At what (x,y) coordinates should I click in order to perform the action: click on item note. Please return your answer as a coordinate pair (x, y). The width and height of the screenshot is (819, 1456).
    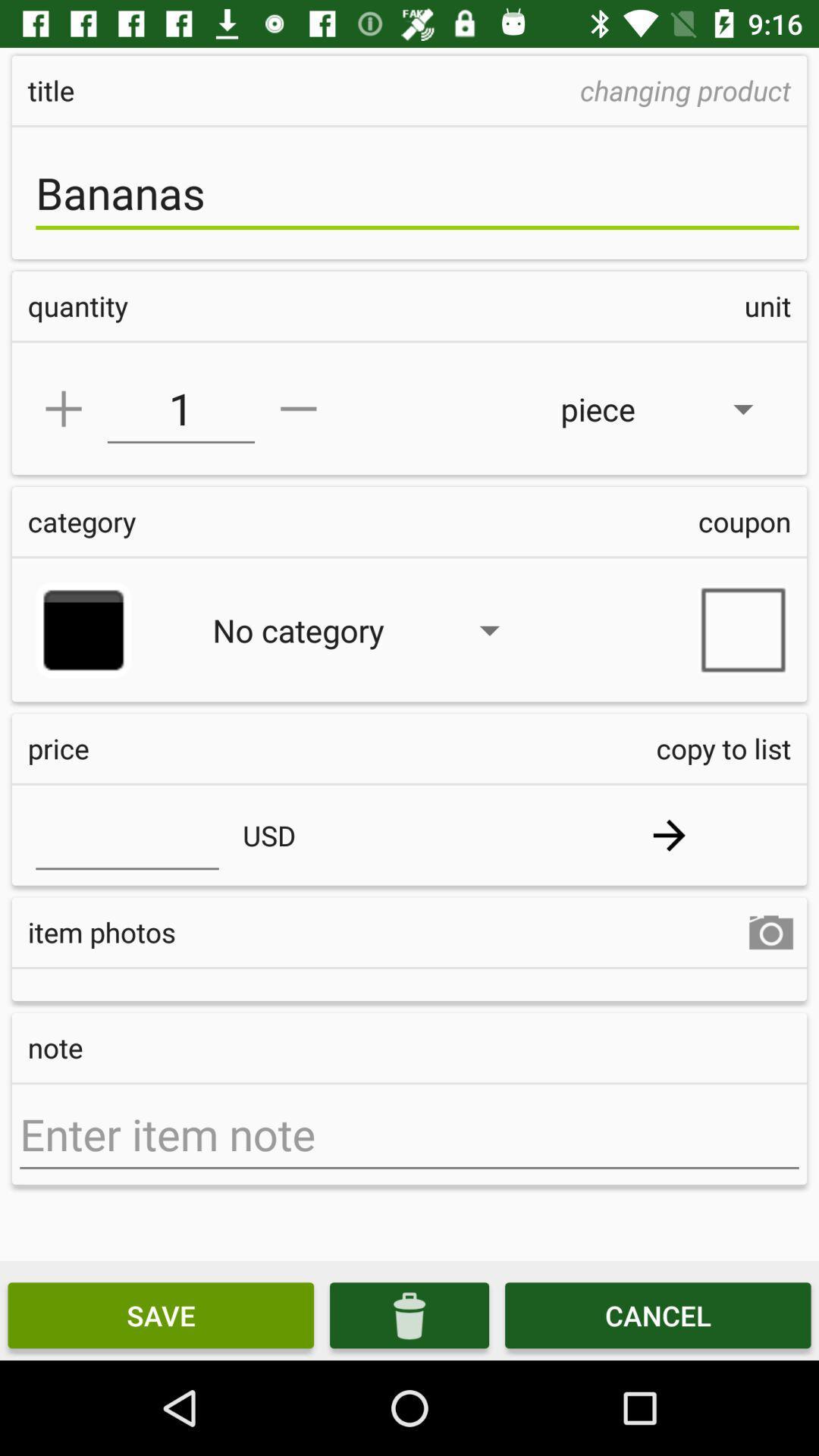
    Looking at the image, I should click on (409, 1134).